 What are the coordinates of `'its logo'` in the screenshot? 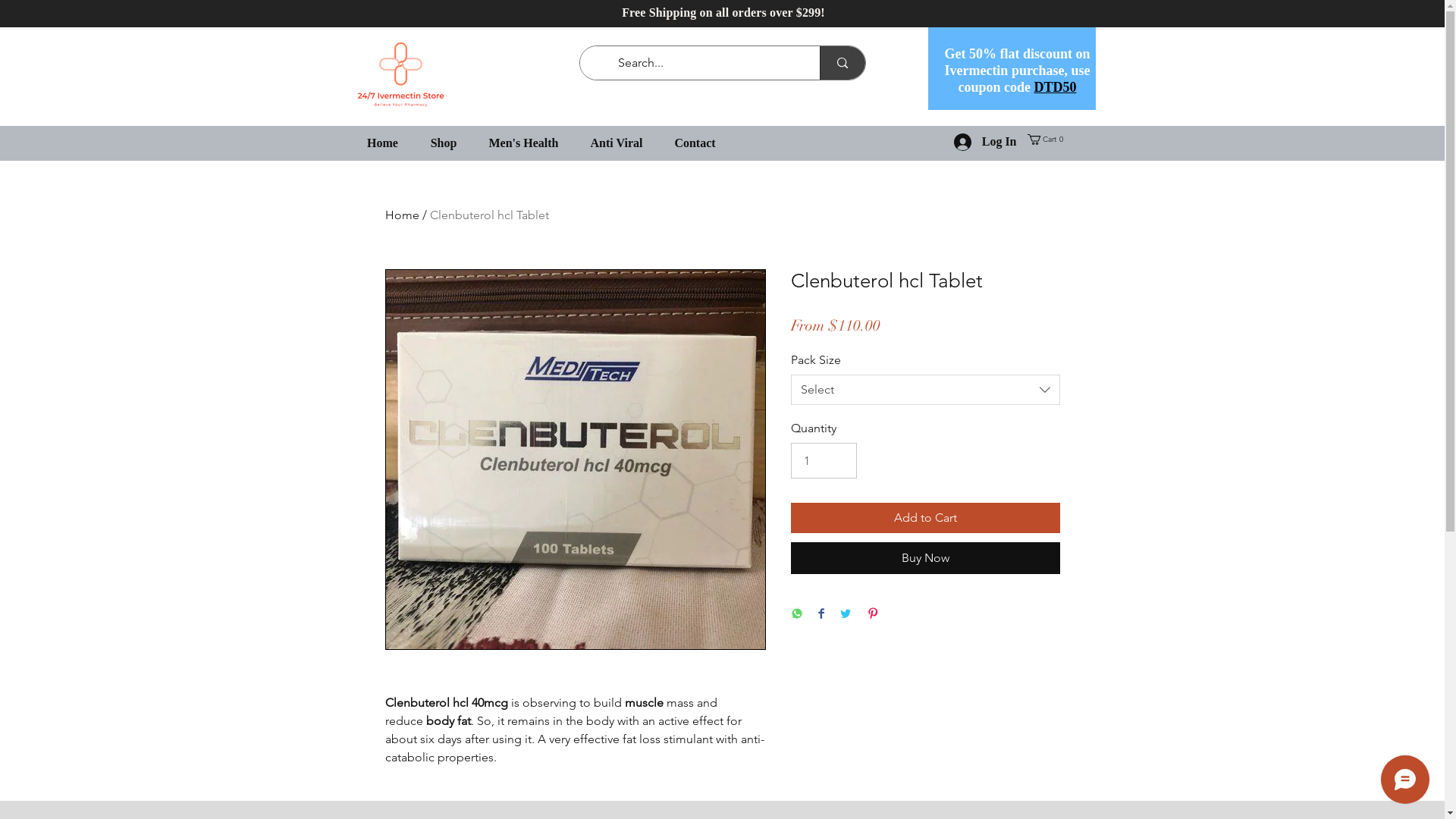 It's located at (400, 74).